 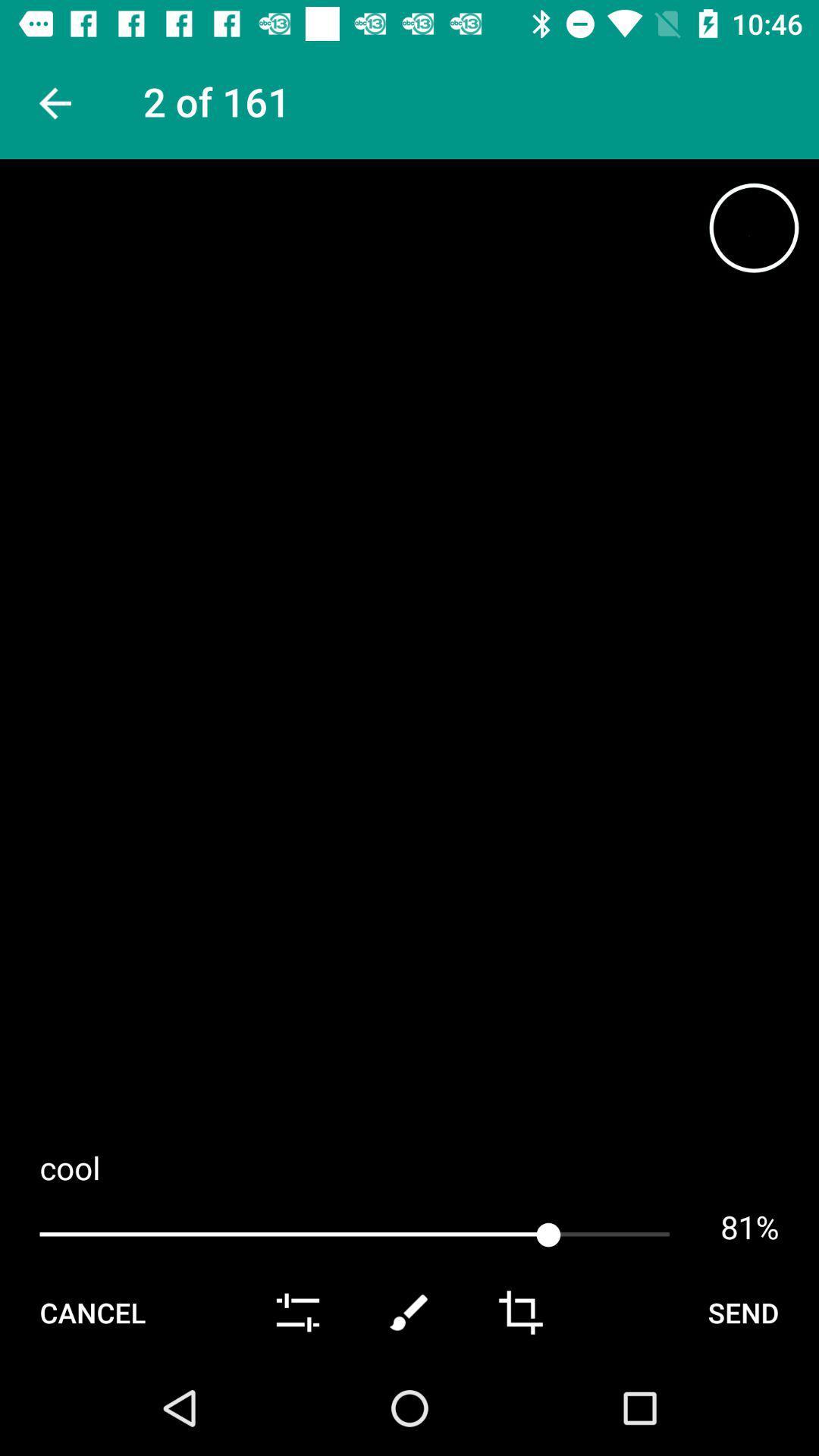 What do you see at coordinates (409, 1312) in the screenshot?
I see `photo re-touch` at bounding box center [409, 1312].